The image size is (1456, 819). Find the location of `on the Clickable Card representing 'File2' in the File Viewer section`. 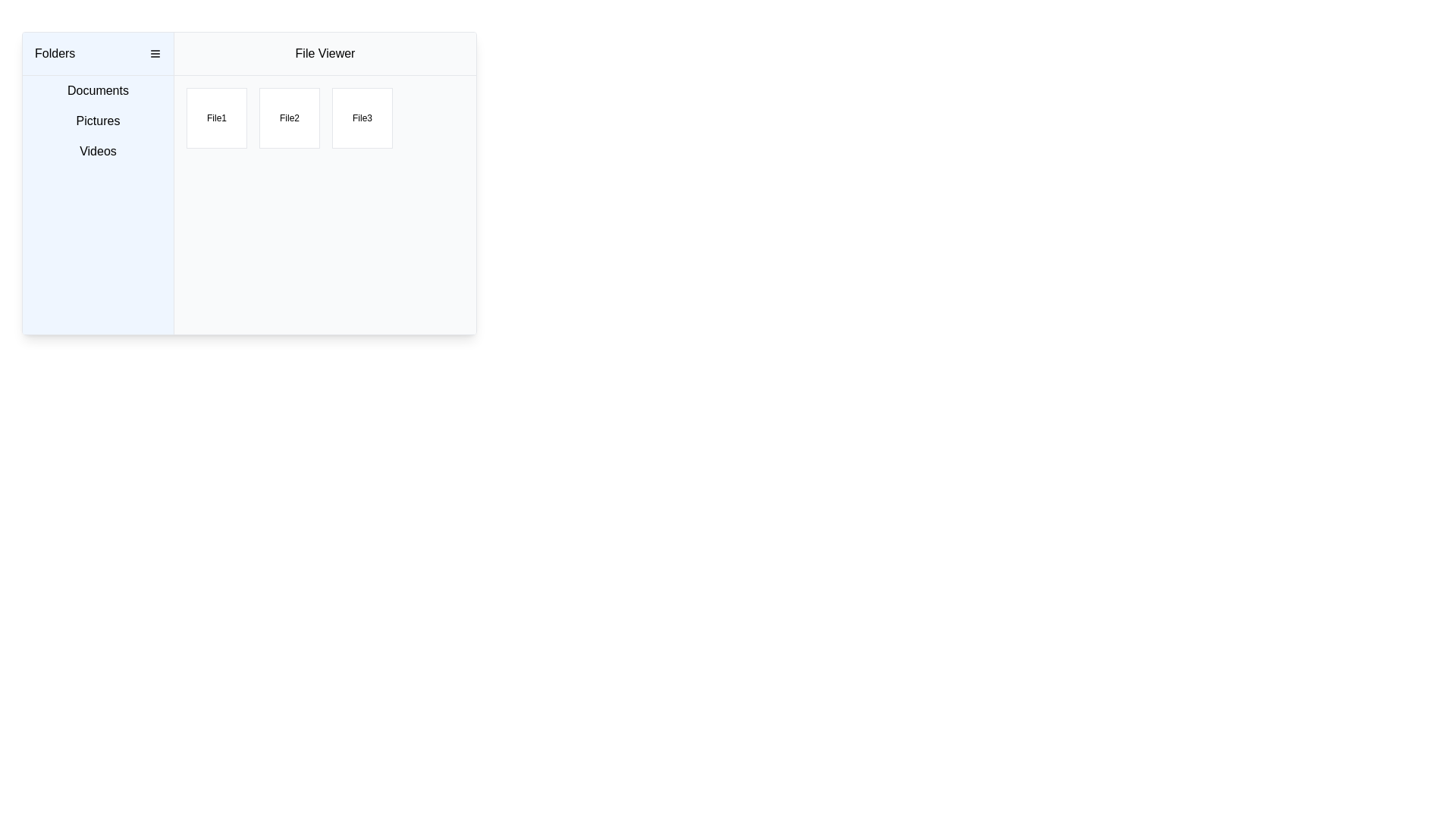

on the Clickable Card representing 'File2' in the File Viewer section is located at coordinates (290, 117).